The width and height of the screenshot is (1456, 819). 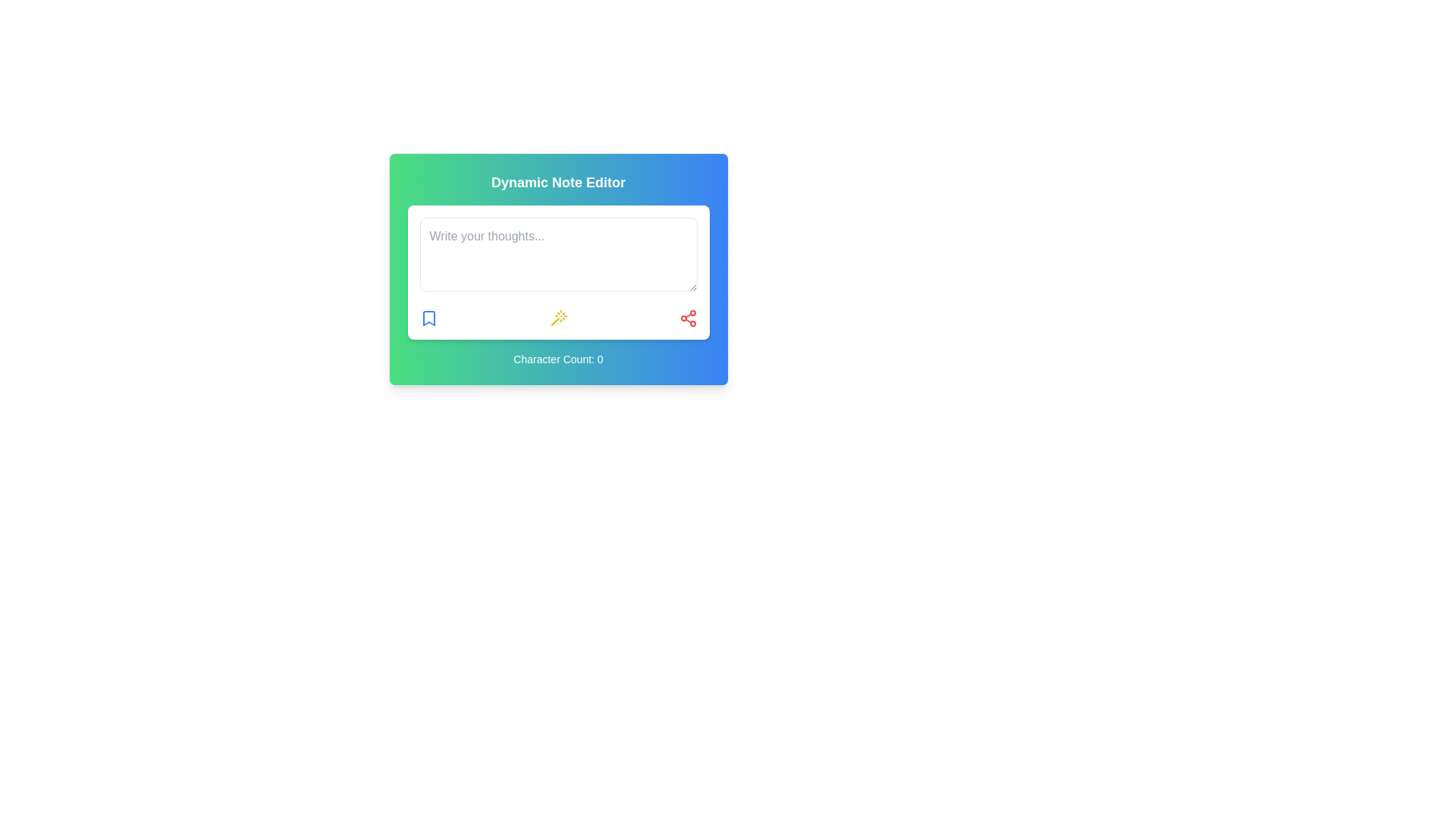 What do you see at coordinates (557, 318) in the screenshot?
I see `the icon button represented as a magic wand with a yellow outline, located at the center of the interface and part of a group of three icons below the text field` at bounding box center [557, 318].